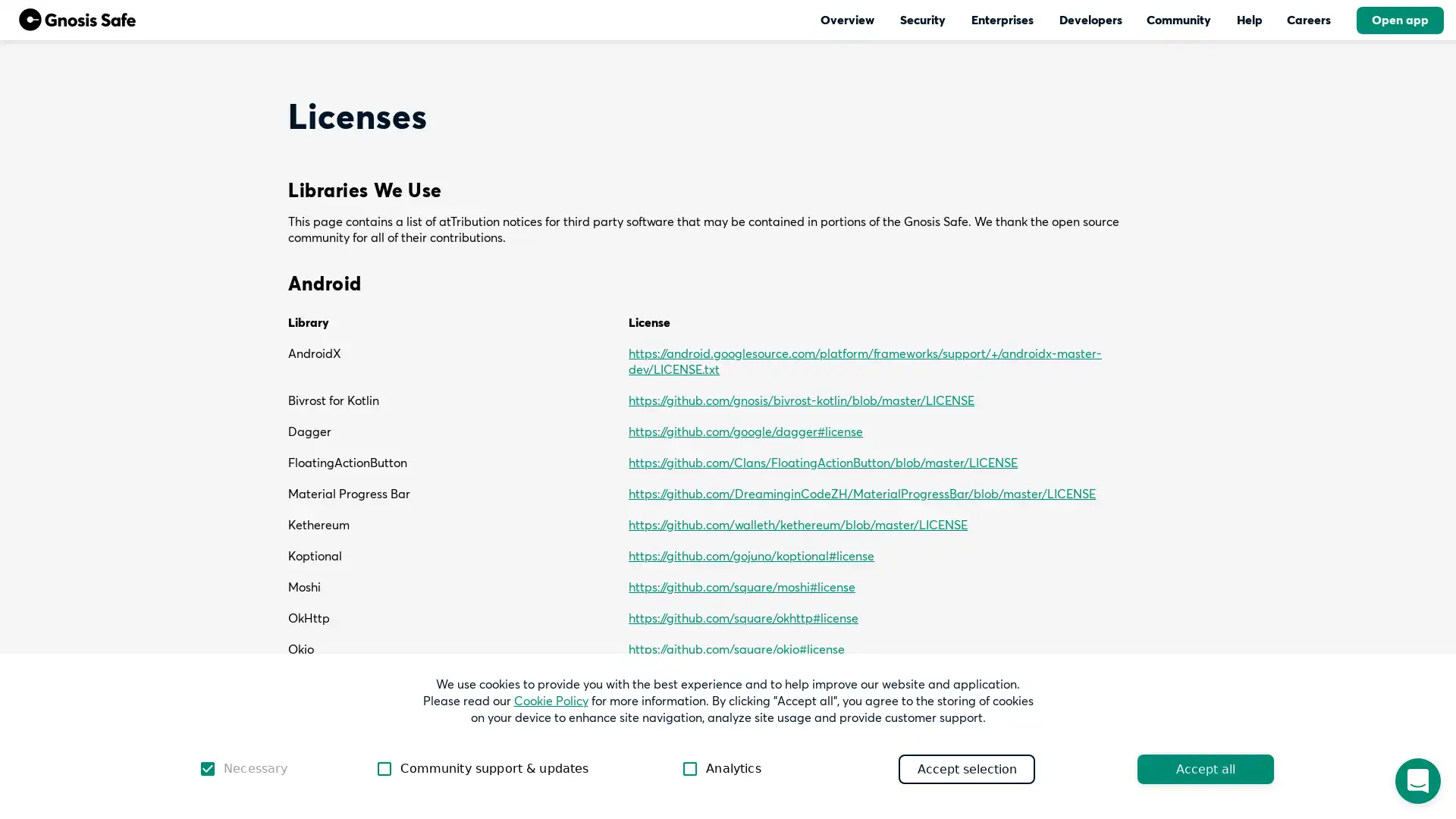 The height and width of the screenshot is (819, 1456). What do you see at coordinates (966, 768) in the screenshot?
I see `Accept selection` at bounding box center [966, 768].